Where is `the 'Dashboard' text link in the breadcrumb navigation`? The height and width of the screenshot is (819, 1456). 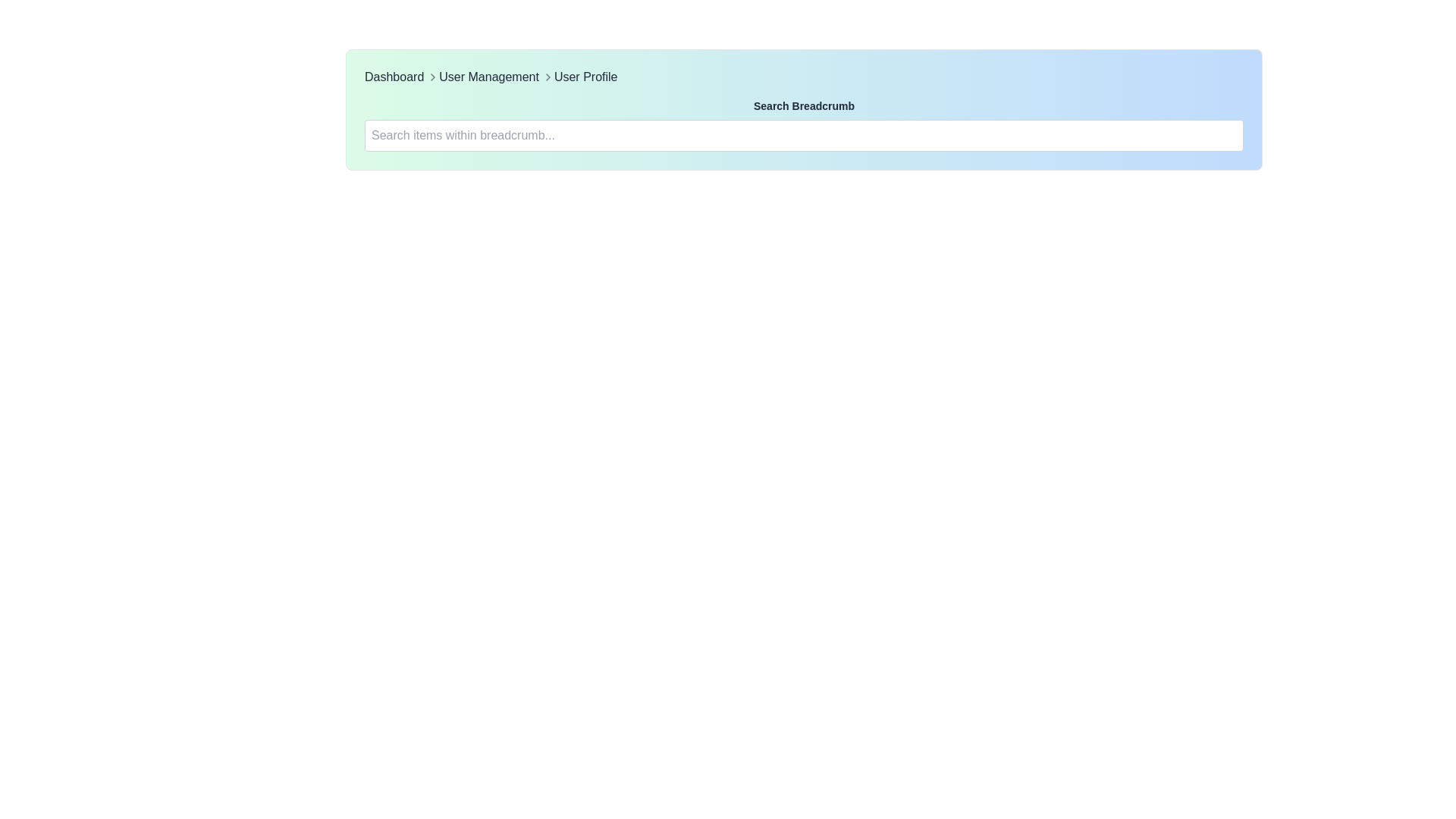
the 'Dashboard' text link in the breadcrumb navigation is located at coordinates (402, 77).